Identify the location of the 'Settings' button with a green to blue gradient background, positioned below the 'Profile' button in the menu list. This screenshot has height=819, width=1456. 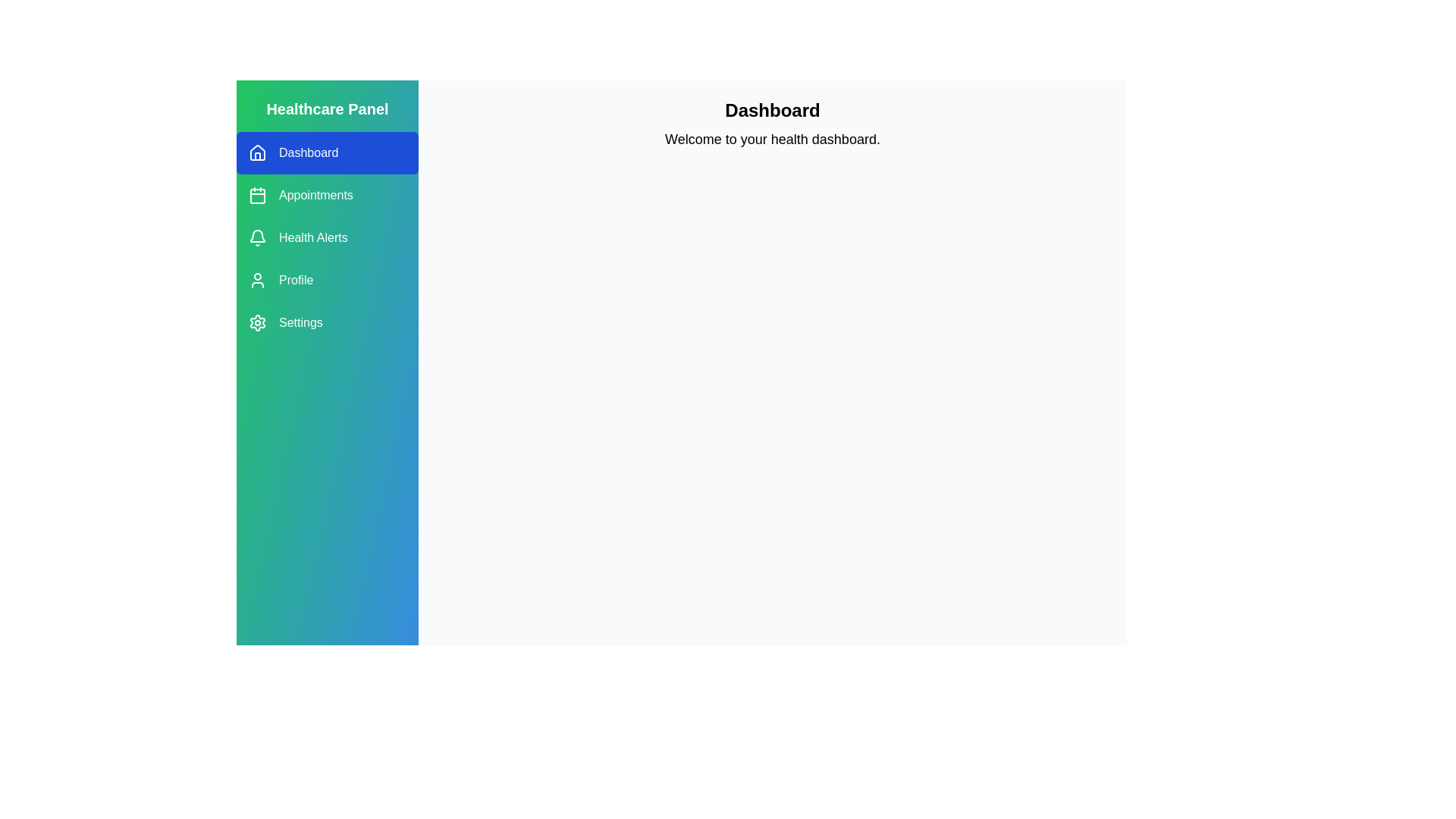
(327, 322).